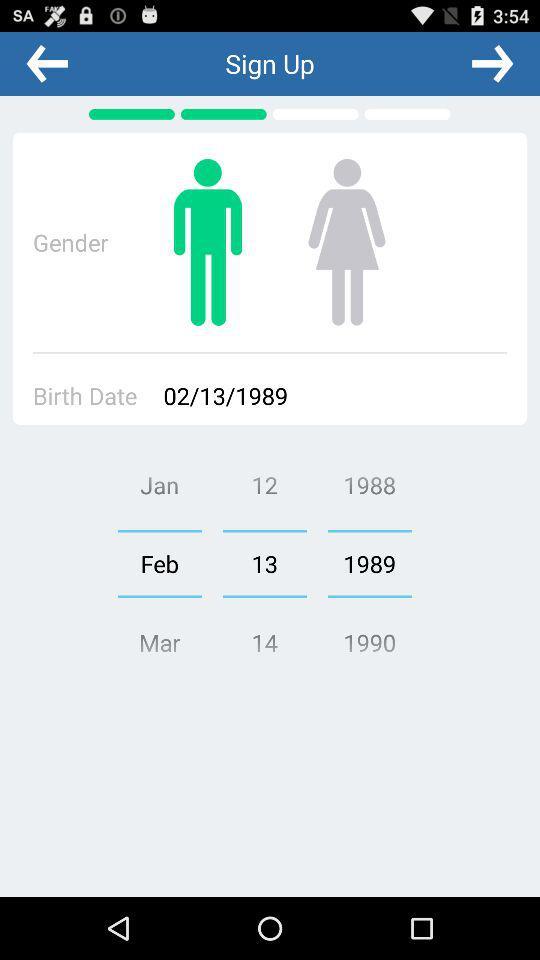 Image resolution: width=540 pixels, height=960 pixels. What do you see at coordinates (207, 241) in the screenshot?
I see `male` at bounding box center [207, 241].